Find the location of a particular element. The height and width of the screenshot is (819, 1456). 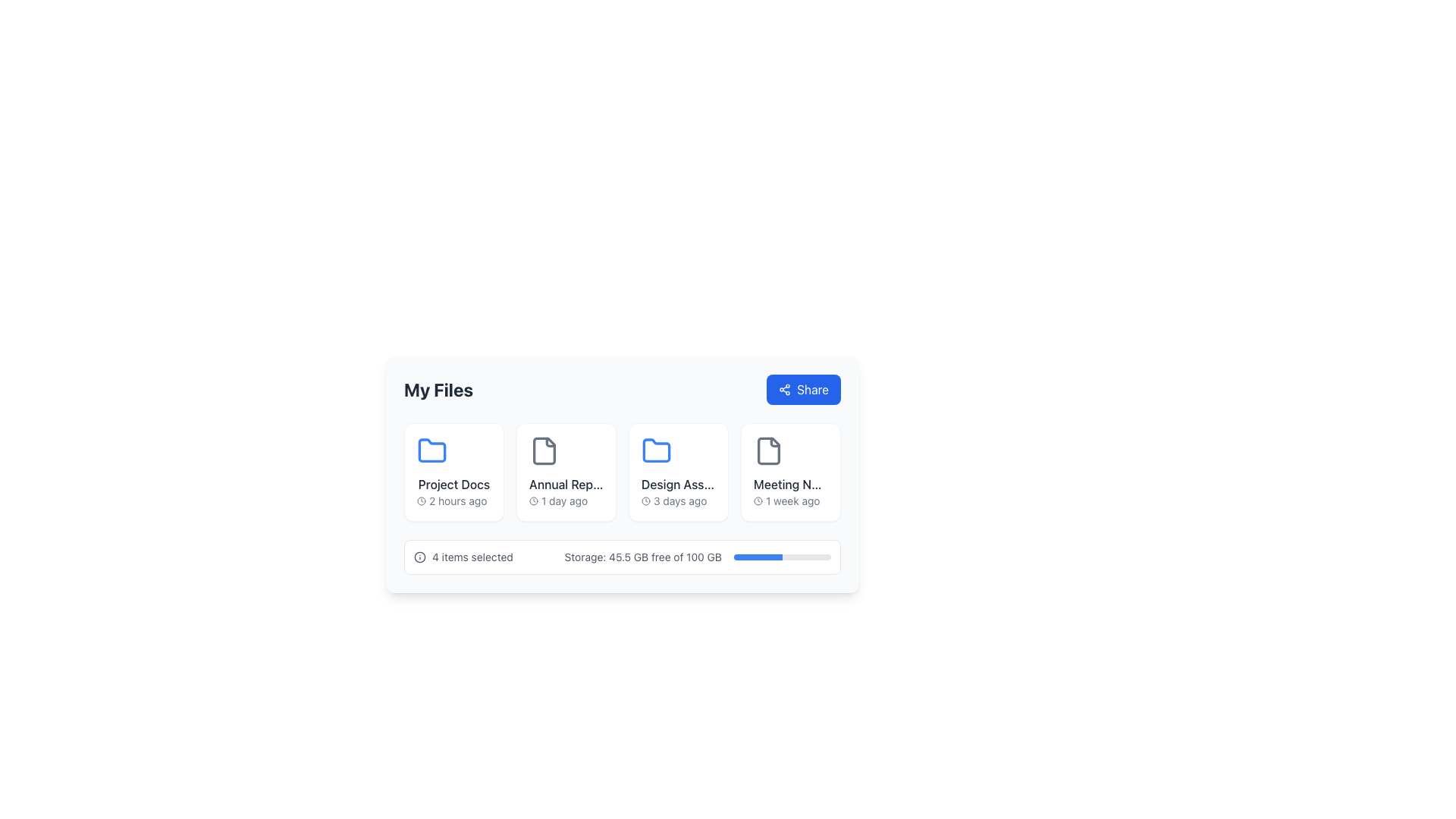

the file icon with a gray outline located at the top-right of the 'Meeting Notes' section in the file display grid is located at coordinates (768, 450).